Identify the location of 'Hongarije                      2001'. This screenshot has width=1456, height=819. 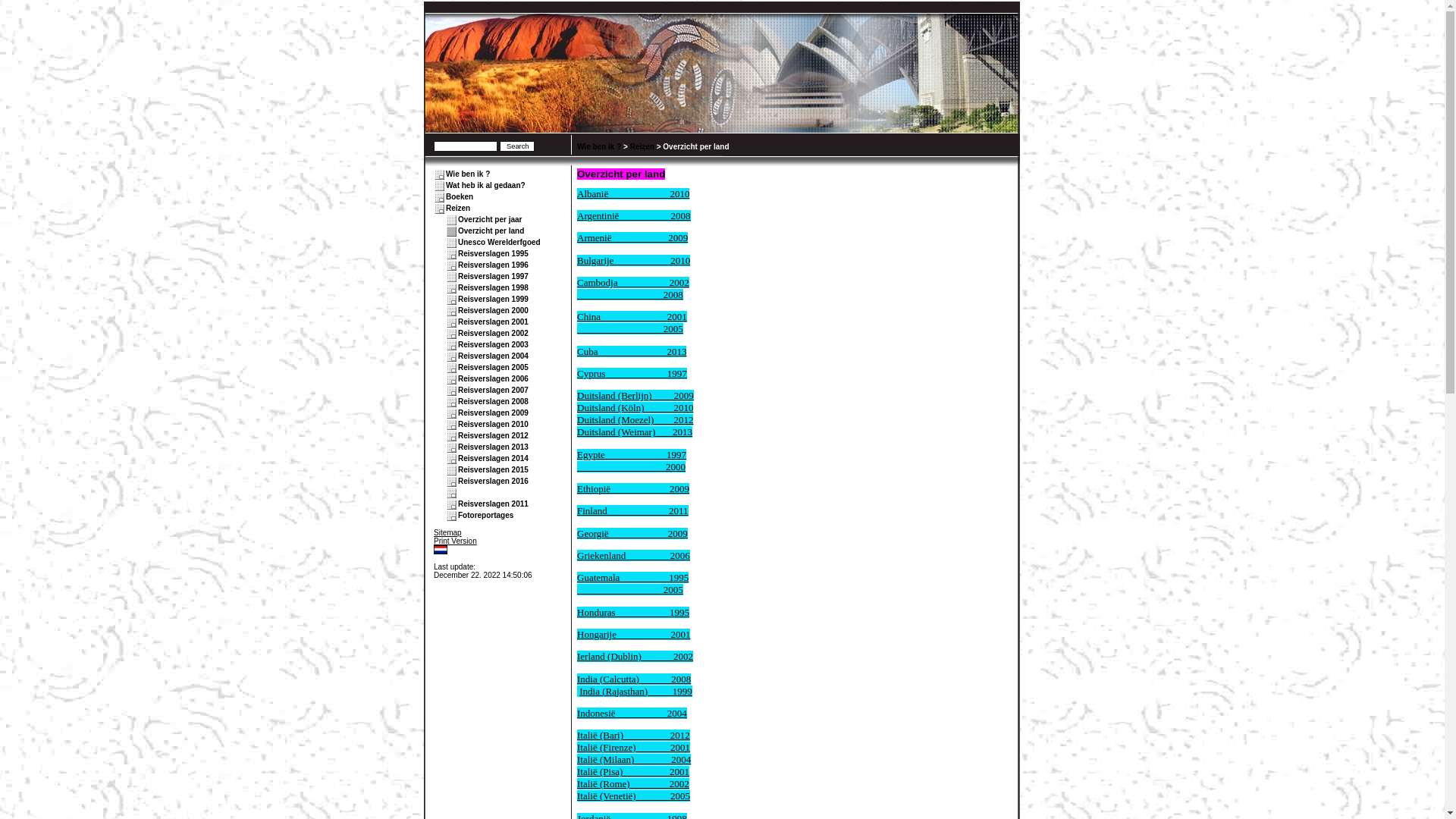
(633, 634).